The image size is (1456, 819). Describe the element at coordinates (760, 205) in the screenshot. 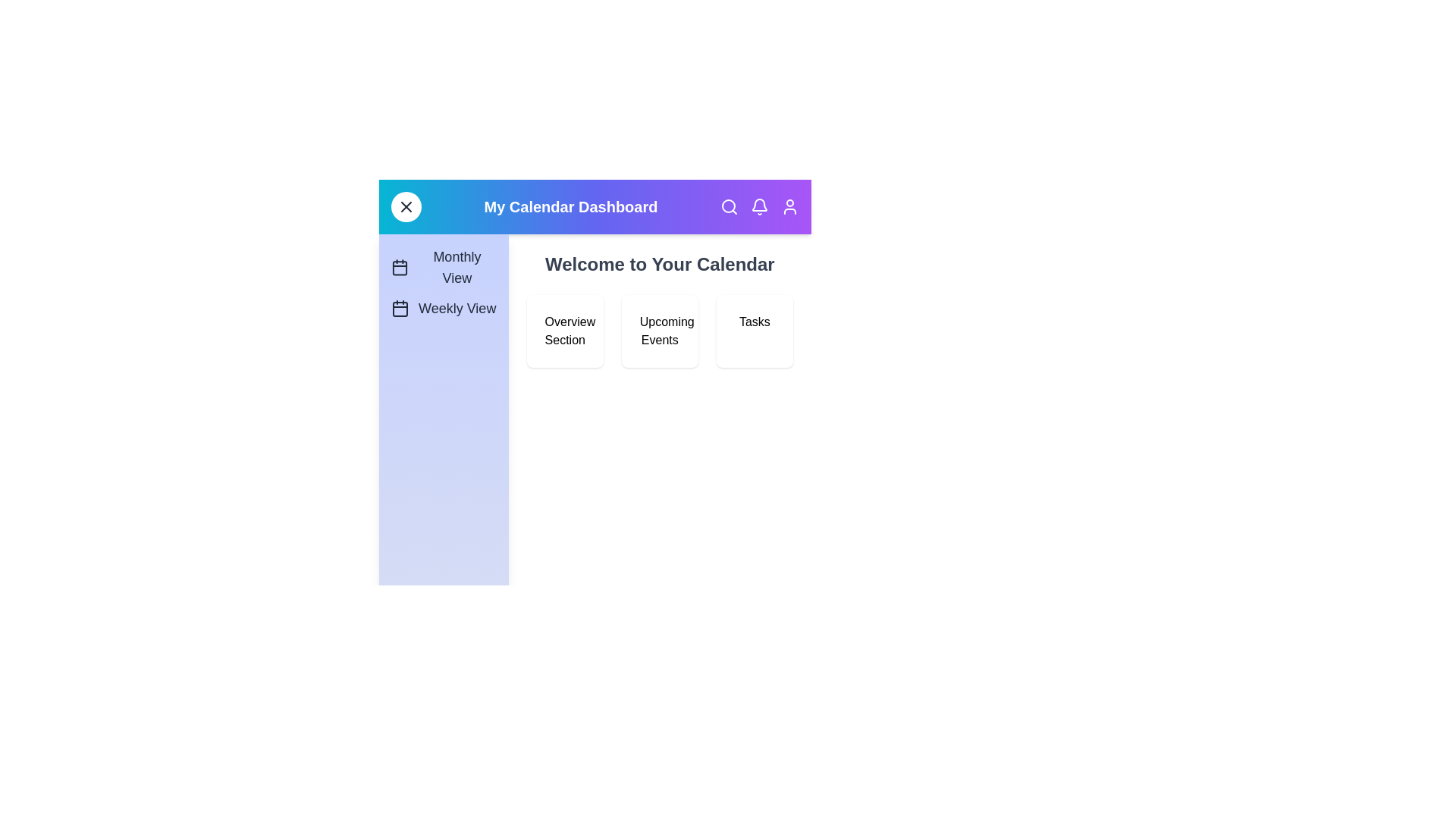

I see `the notification bell icon located at the top-right corner of the interface` at that location.